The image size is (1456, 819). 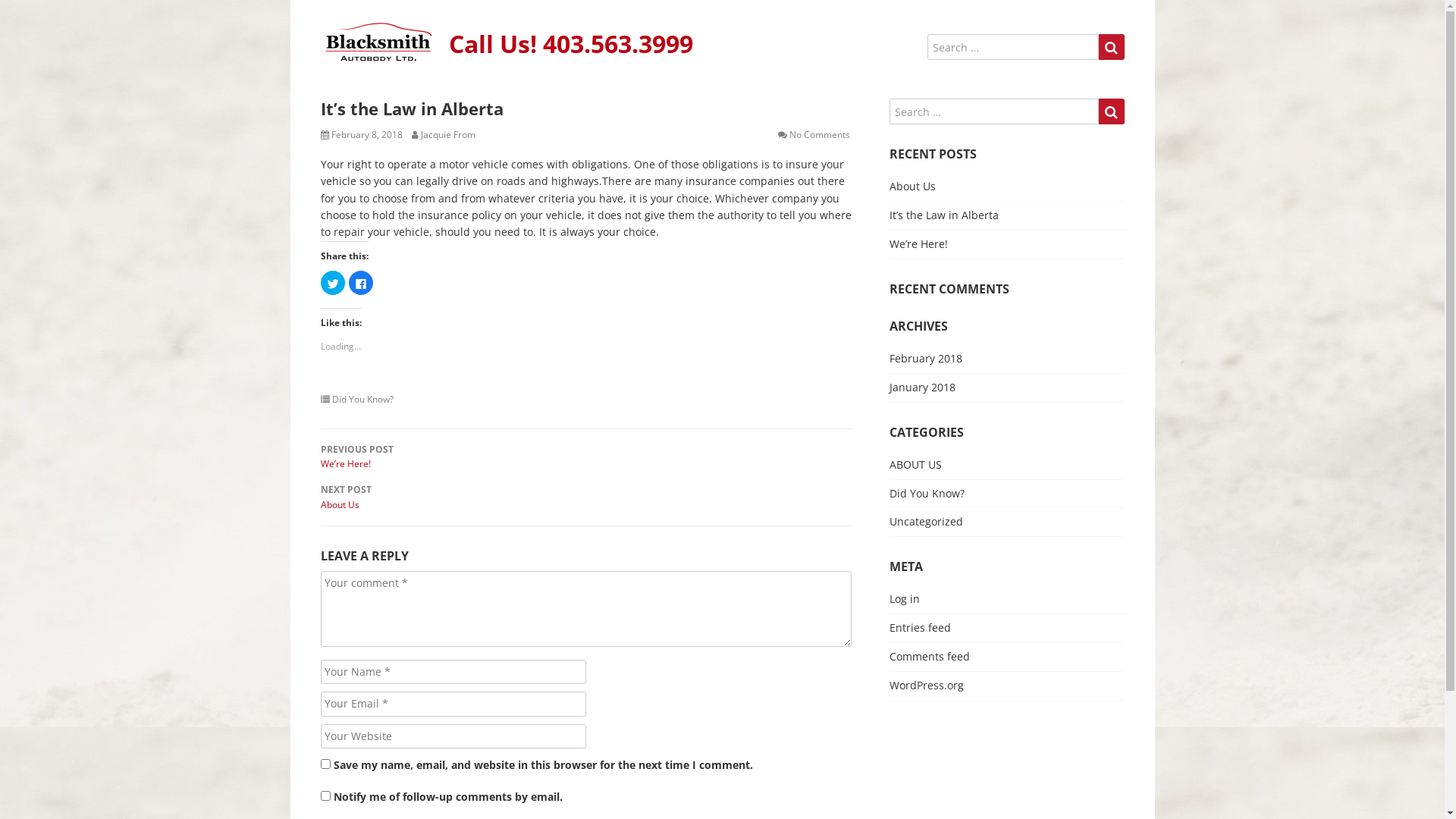 What do you see at coordinates (330, 133) in the screenshot?
I see `'February 8, 2018'` at bounding box center [330, 133].